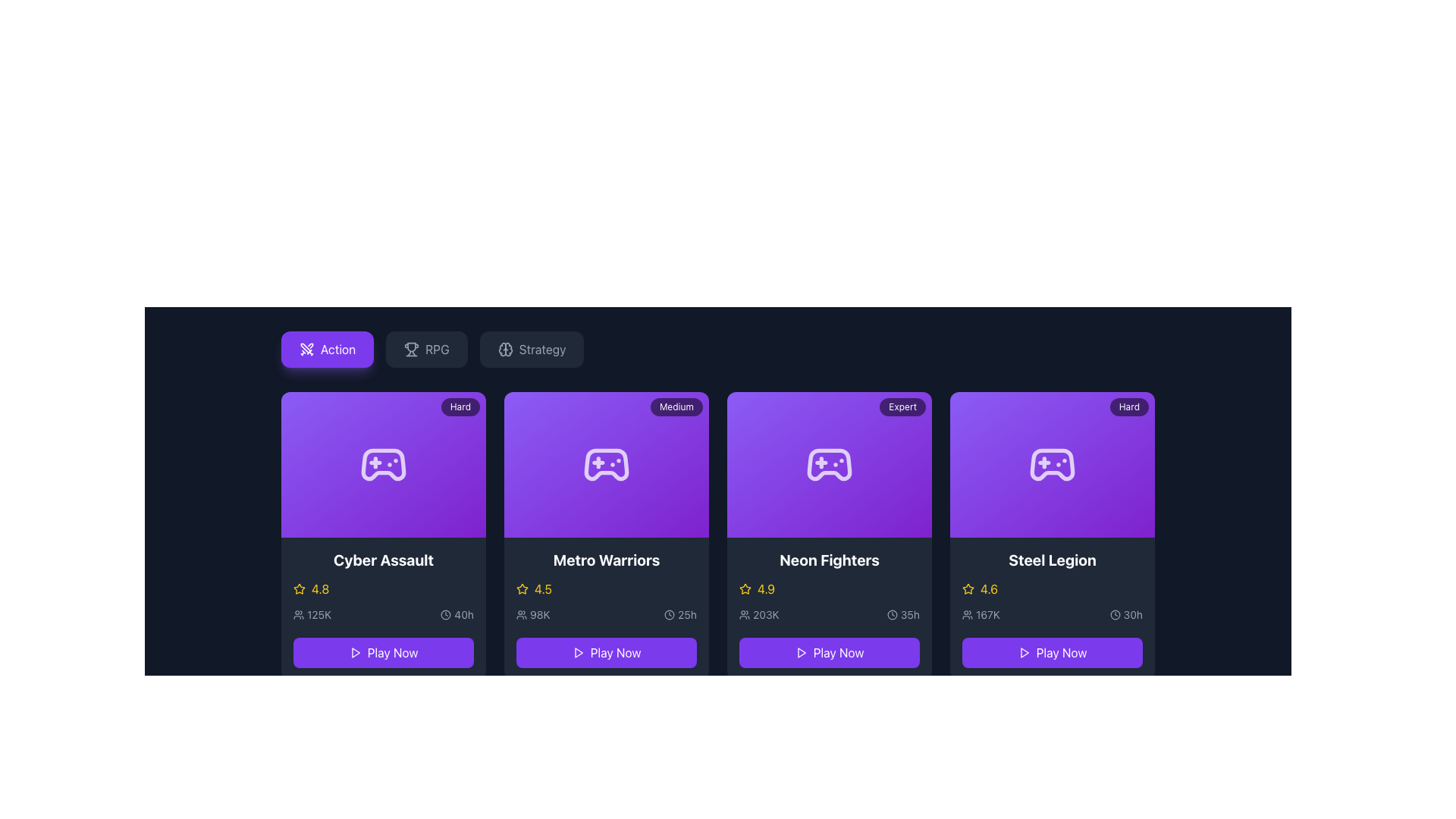 The image size is (1456, 819). I want to click on the text label reading 'Play Now' located within the purple button beneath the 'Metro Warriors' card, which is the second button from the left, so click(615, 651).